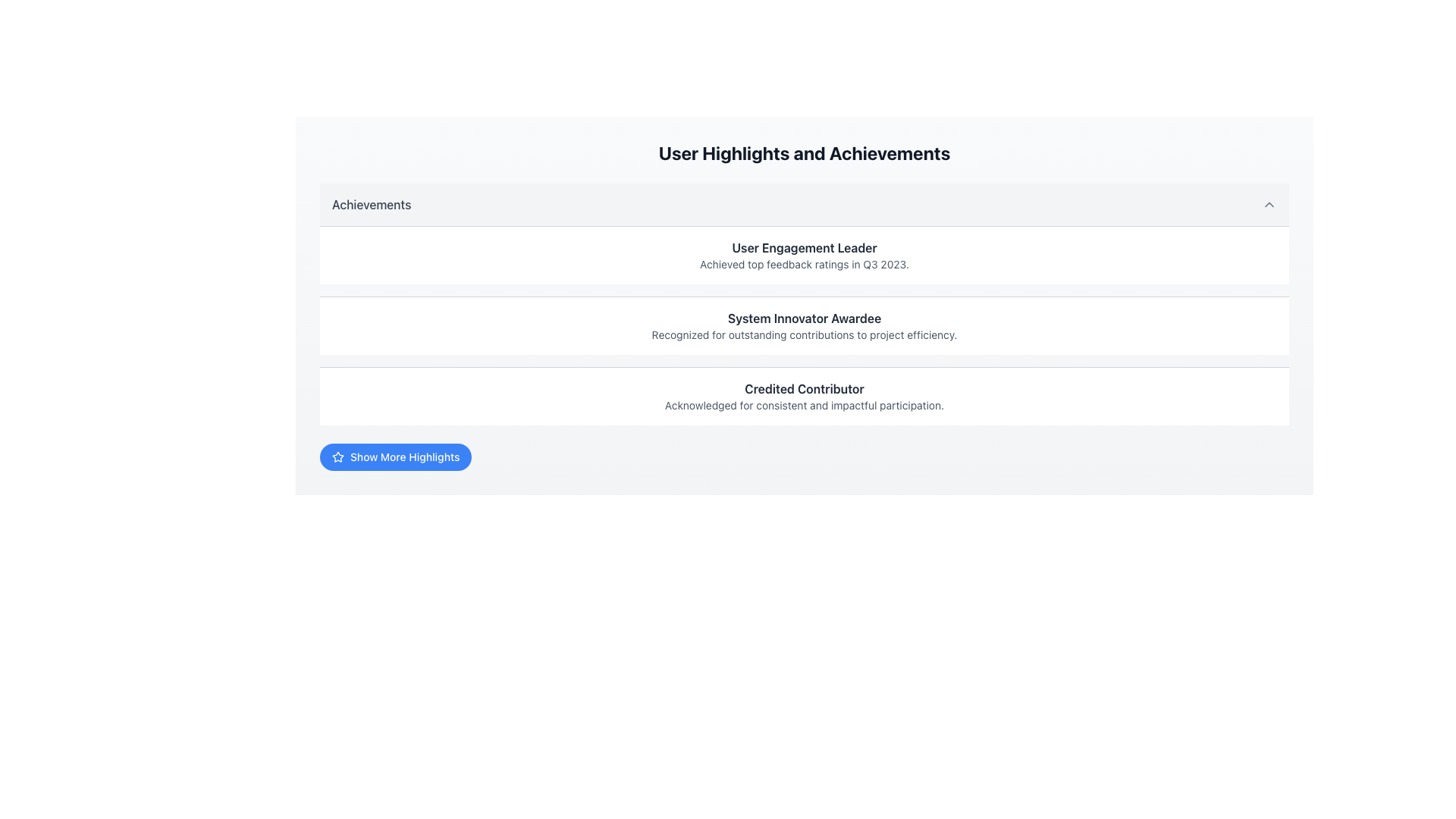  I want to click on the blue rounded button labeled 'Show More Highlights' with a star icon, so click(396, 456).